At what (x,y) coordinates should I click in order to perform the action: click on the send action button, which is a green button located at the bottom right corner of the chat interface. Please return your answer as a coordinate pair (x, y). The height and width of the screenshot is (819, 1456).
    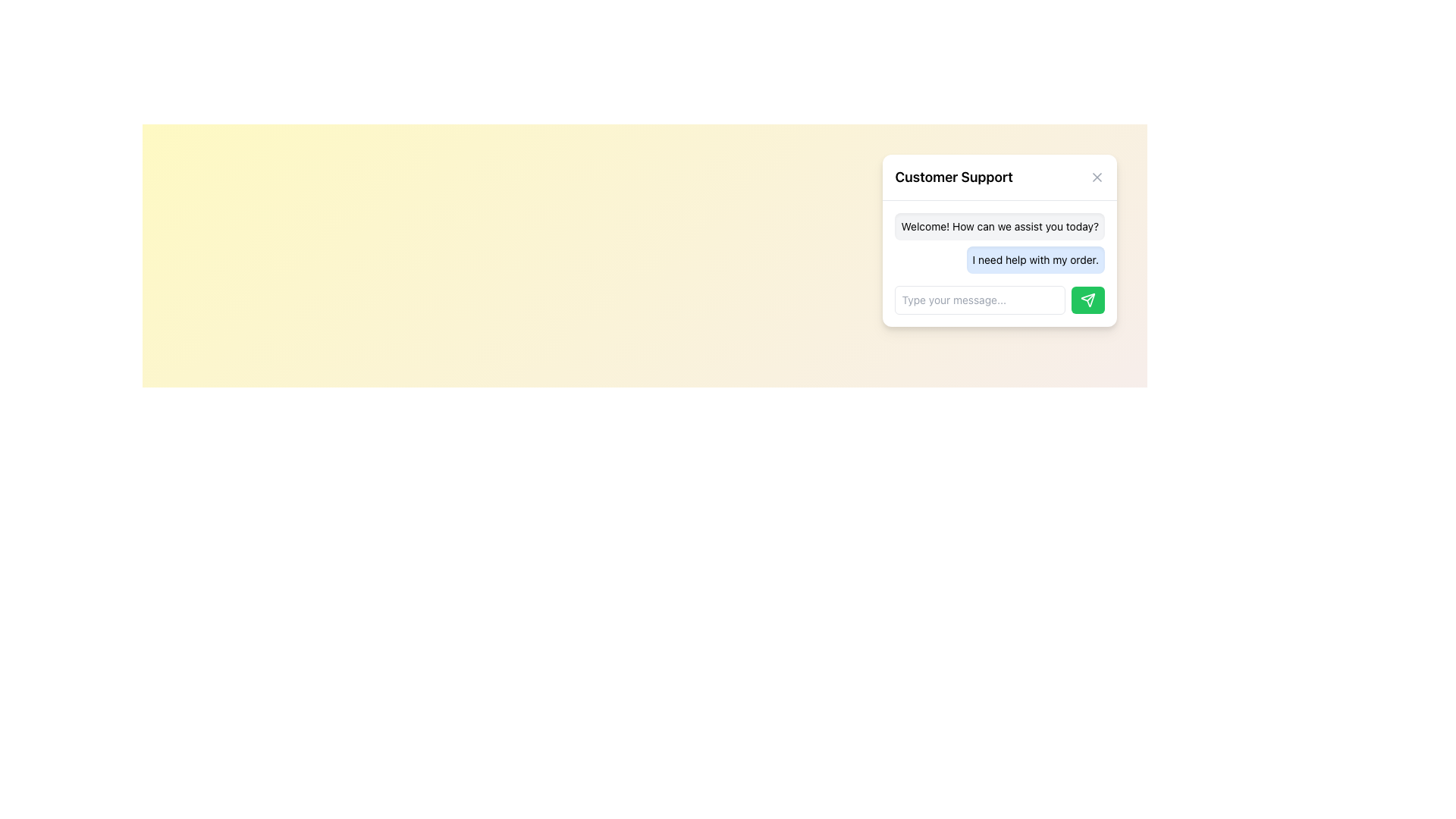
    Looking at the image, I should click on (1087, 300).